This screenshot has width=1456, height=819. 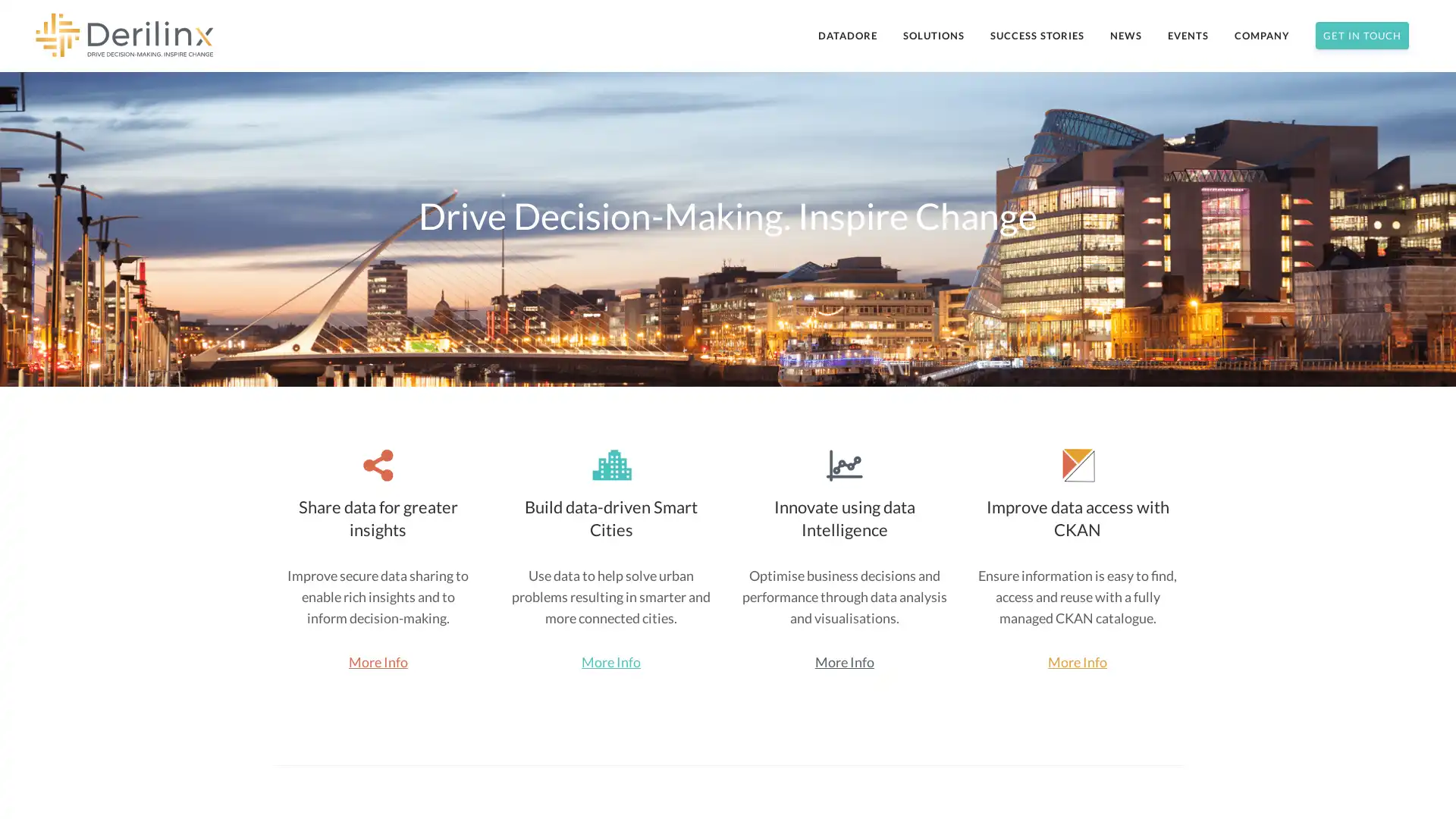 What do you see at coordinates (1295, 789) in the screenshot?
I see `Subscribe Now` at bounding box center [1295, 789].